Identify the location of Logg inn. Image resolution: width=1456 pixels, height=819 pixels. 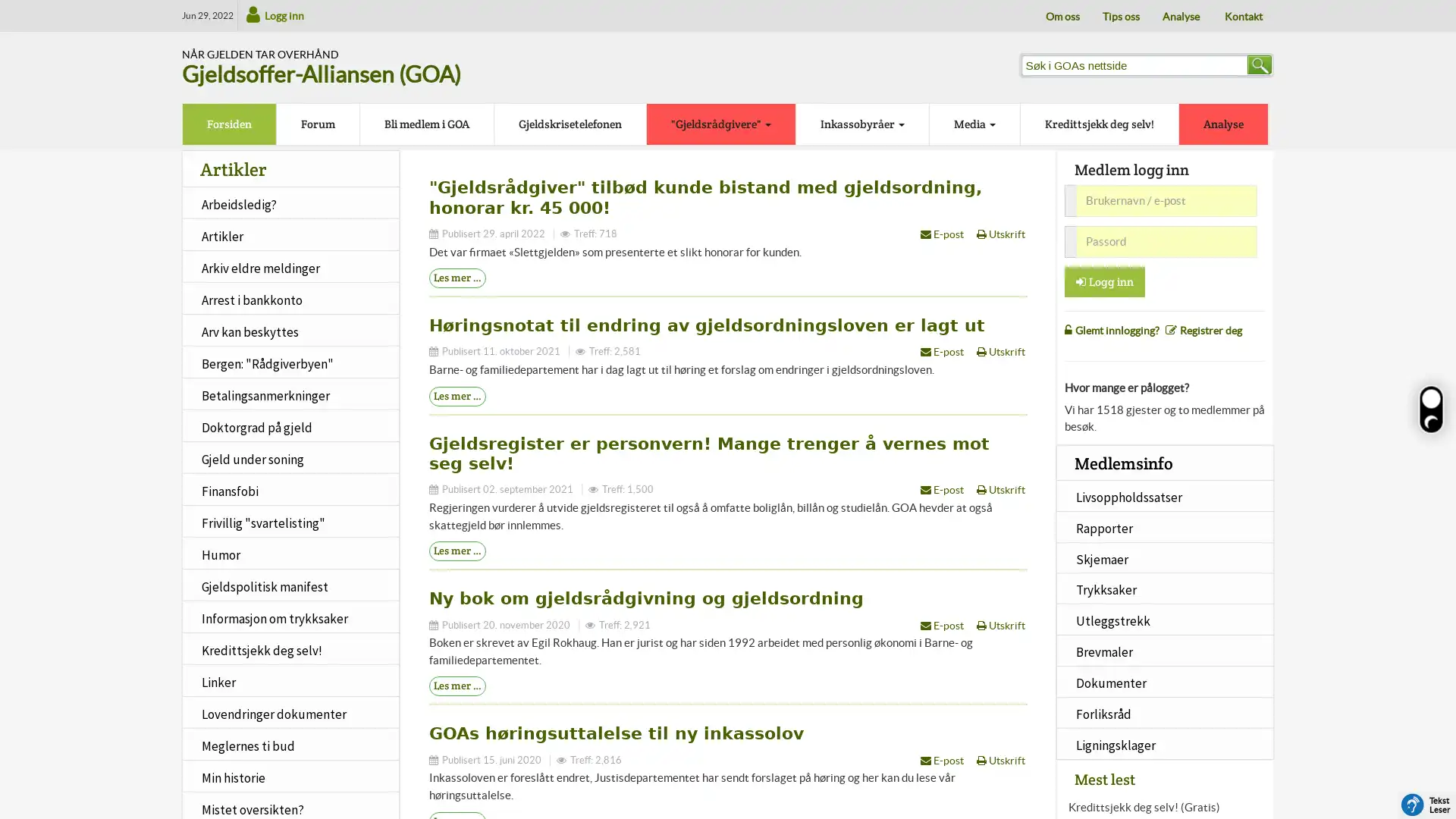
(1105, 281).